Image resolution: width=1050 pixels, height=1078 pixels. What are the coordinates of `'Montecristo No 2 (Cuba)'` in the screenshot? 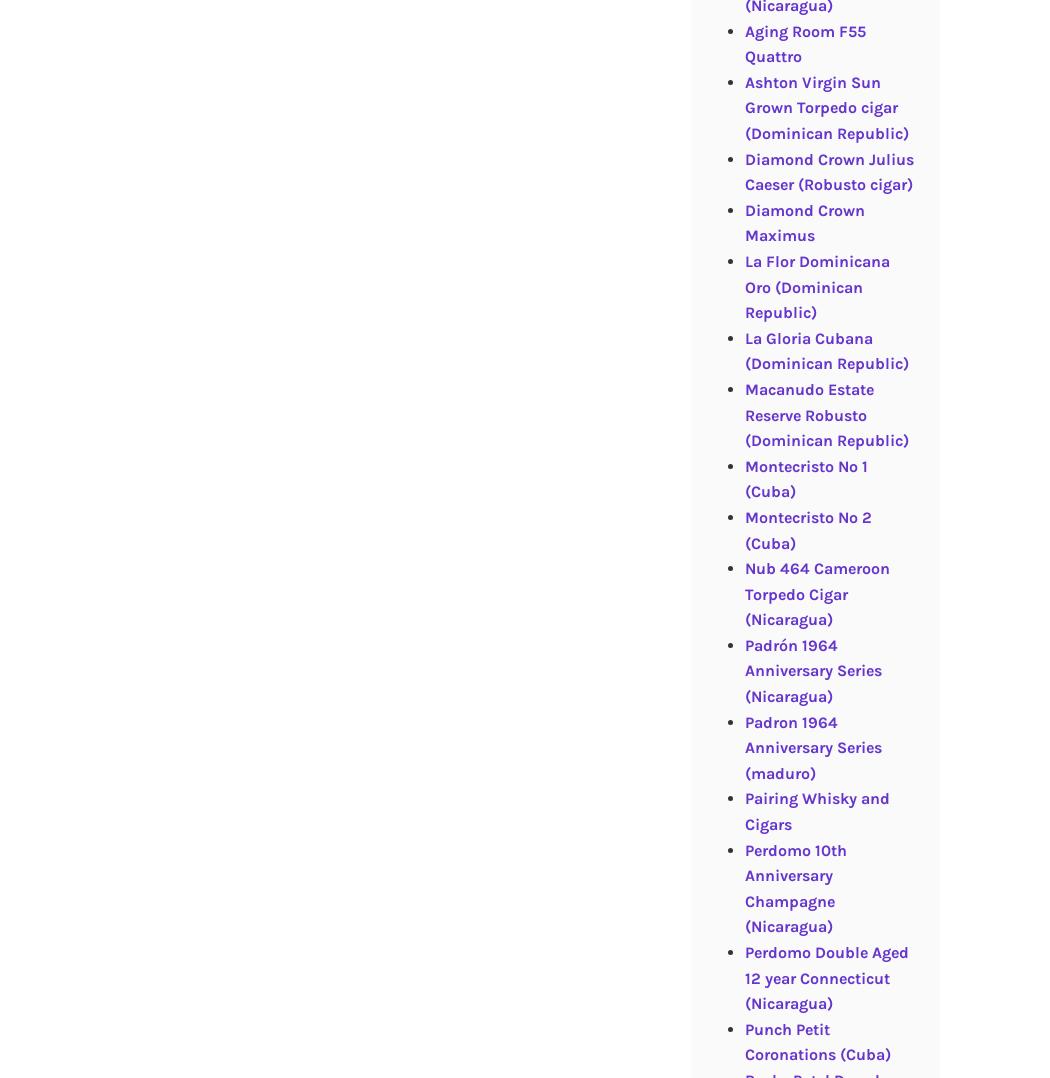 It's located at (743, 529).